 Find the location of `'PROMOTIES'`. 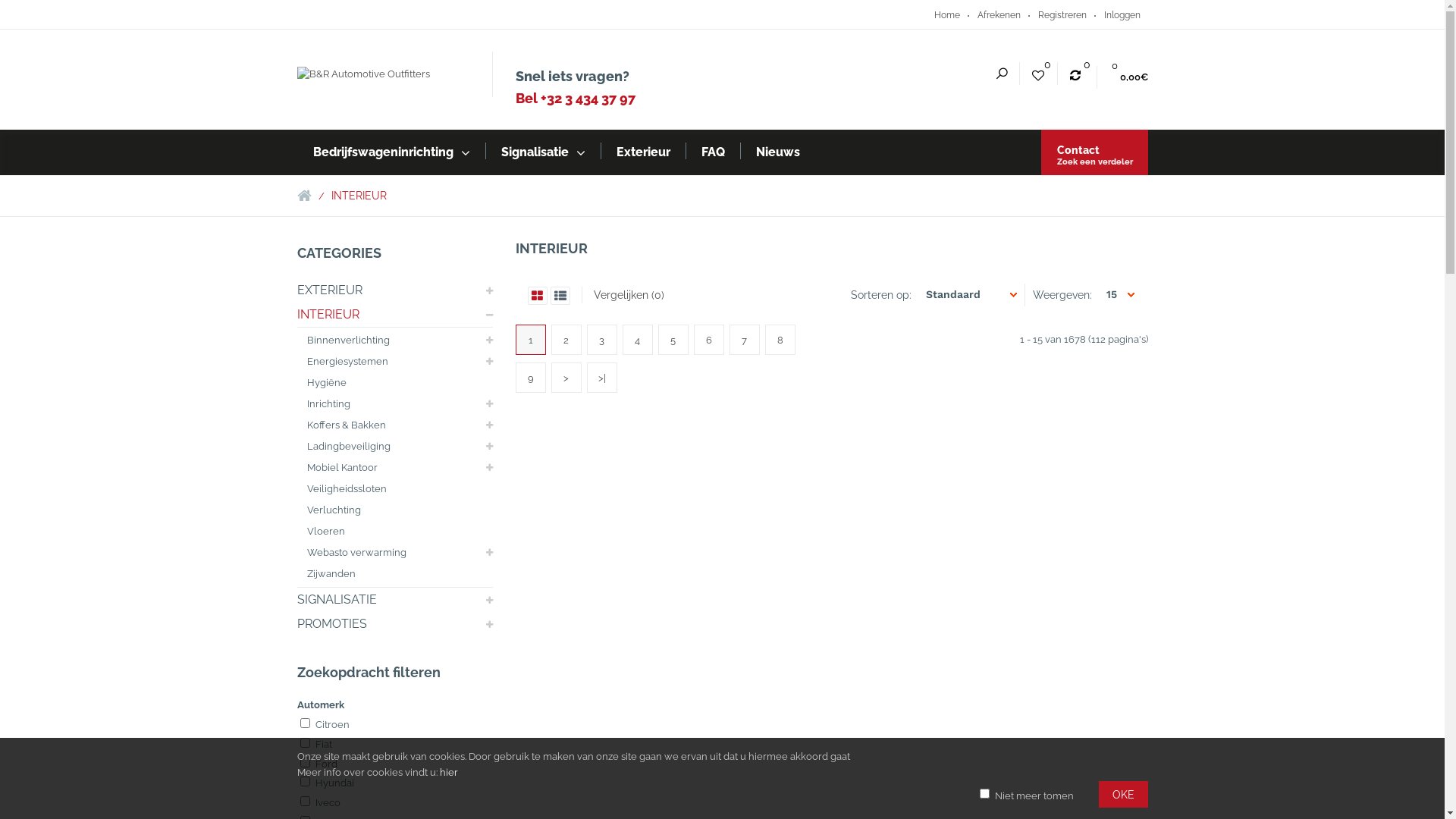

'PROMOTIES' is located at coordinates (297, 623).